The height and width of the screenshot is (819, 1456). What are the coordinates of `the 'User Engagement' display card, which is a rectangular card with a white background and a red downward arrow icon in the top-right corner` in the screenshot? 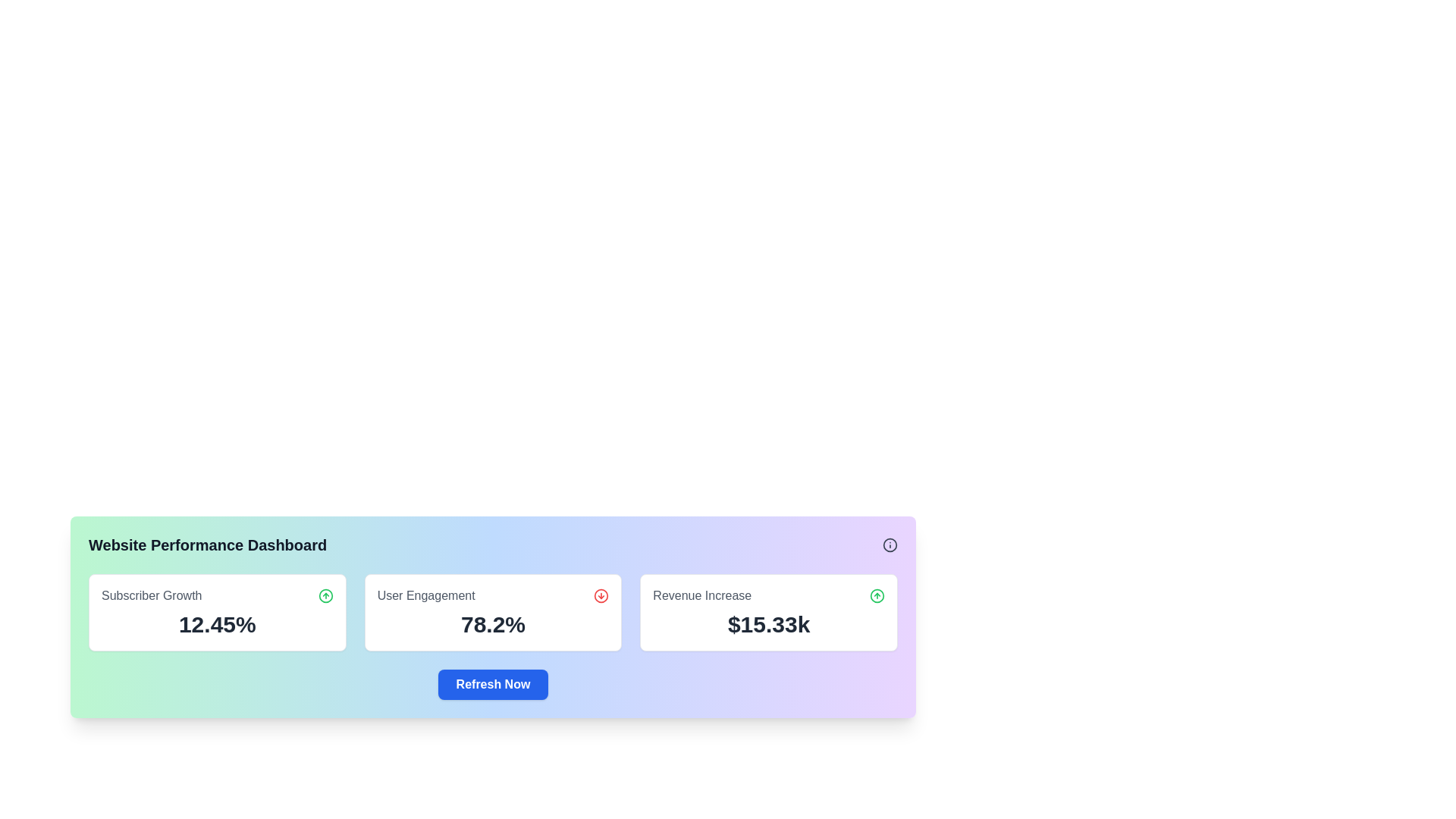 It's located at (493, 611).